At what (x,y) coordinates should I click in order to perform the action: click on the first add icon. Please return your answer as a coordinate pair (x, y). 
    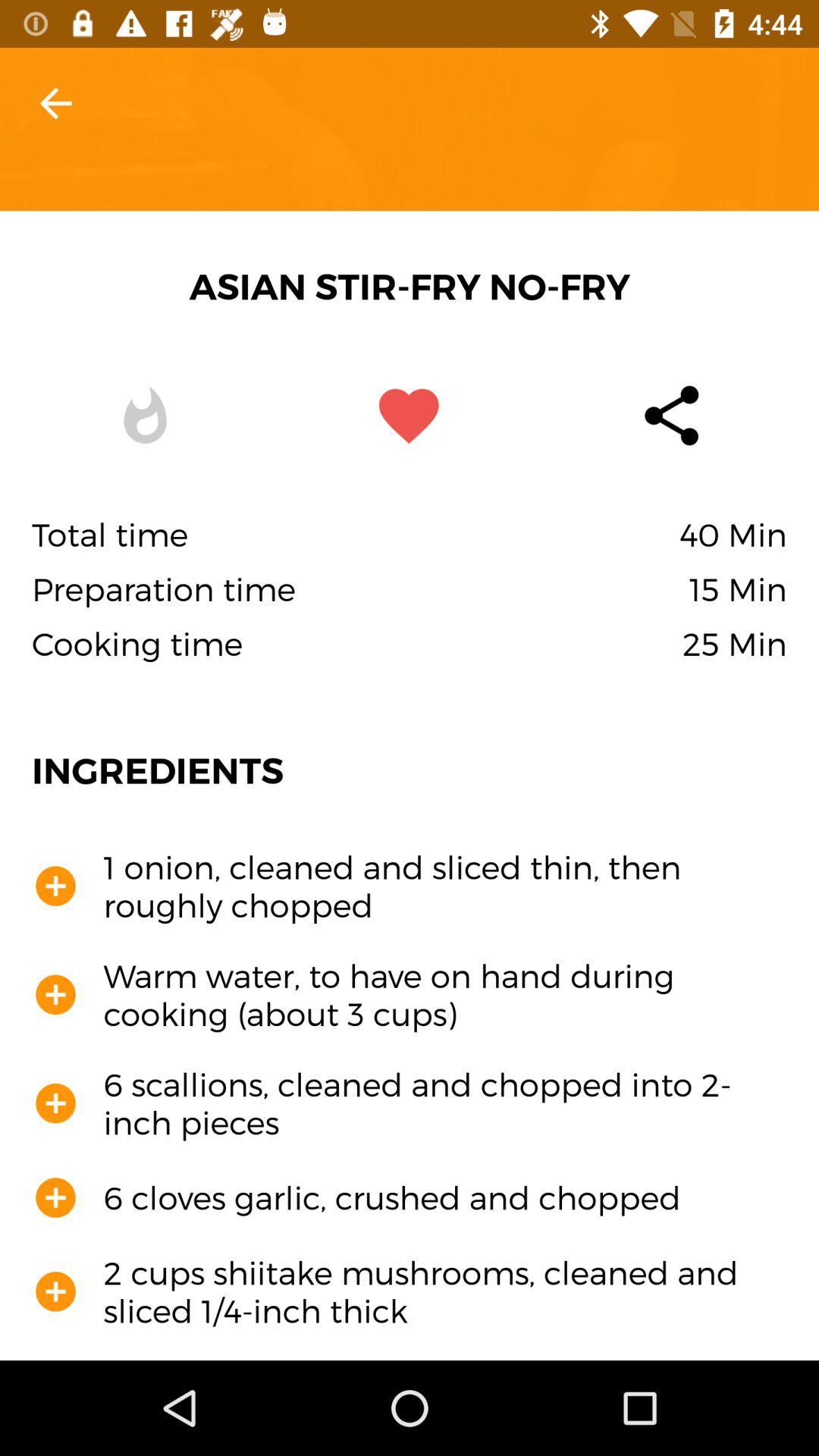
    Looking at the image, I should click on (55, 886).